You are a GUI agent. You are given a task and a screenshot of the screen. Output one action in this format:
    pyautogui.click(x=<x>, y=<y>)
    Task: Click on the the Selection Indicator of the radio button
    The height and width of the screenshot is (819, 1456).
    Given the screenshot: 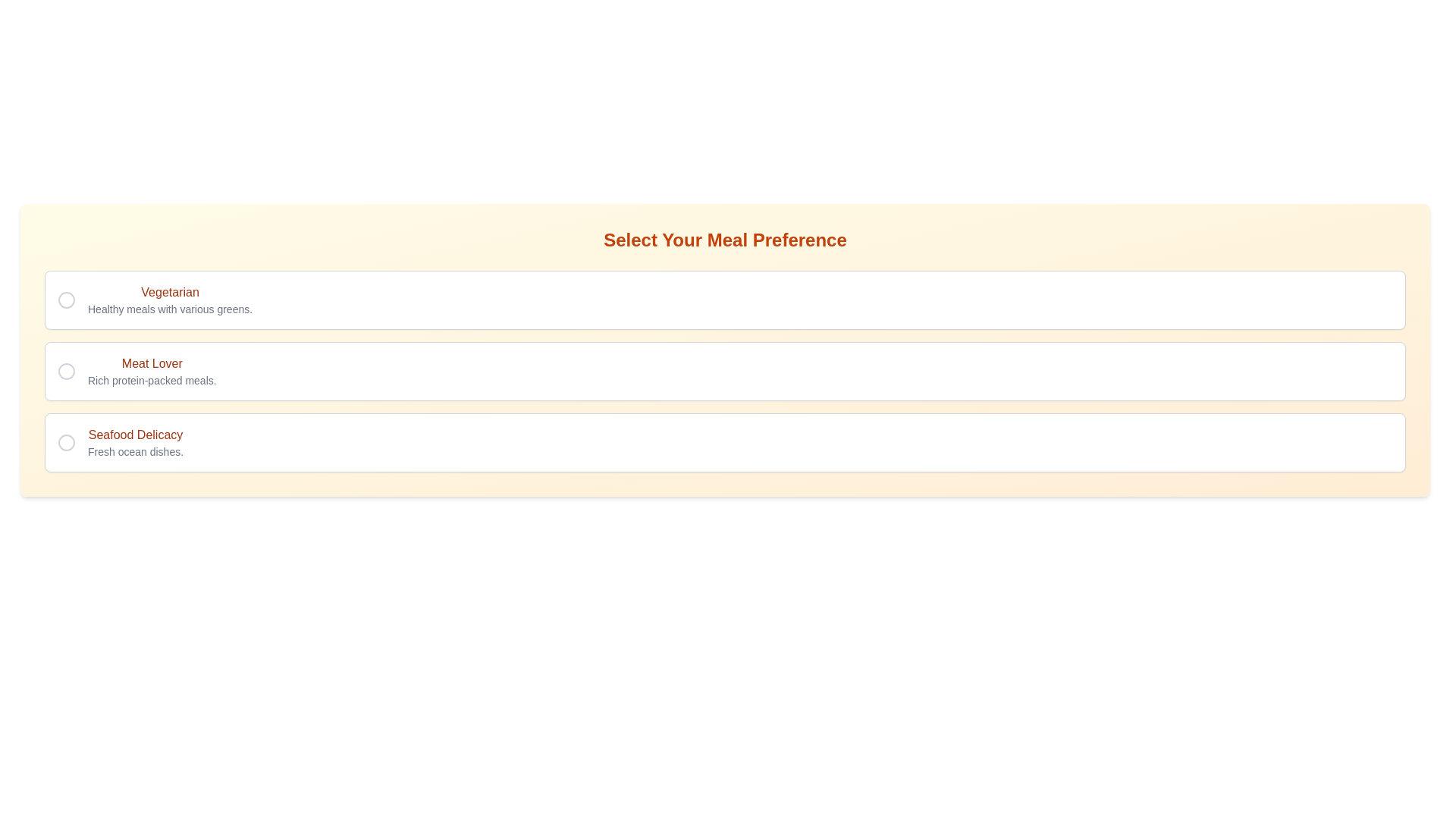 What is the action you would take?
    pyautogui.click(x=65, y=442)
    